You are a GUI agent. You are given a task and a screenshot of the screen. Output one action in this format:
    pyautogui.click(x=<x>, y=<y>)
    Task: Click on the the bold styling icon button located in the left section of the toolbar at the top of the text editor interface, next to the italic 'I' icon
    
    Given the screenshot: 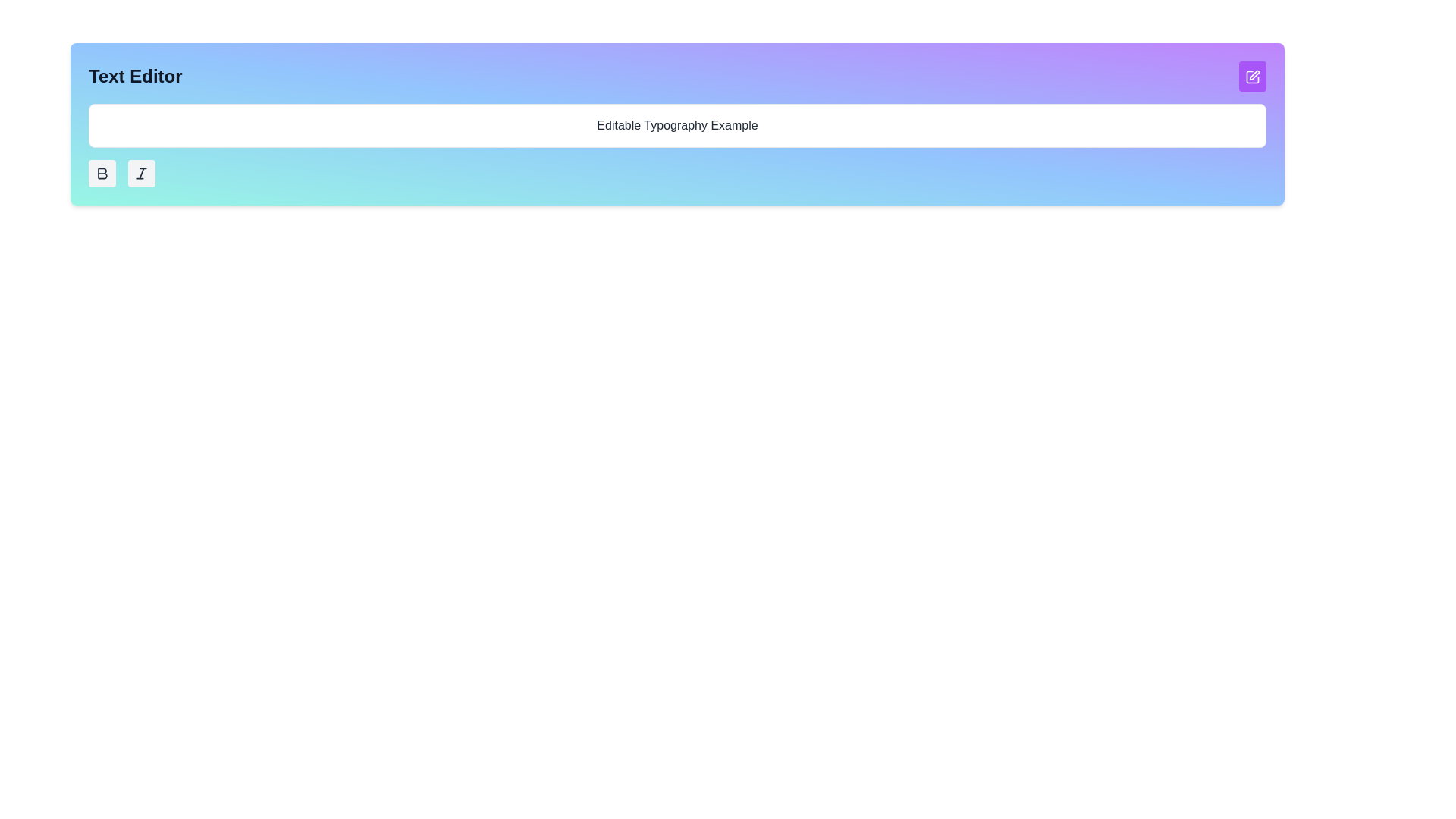 What is the action you would take?
    pyautogui.click(x=101, y=172)
    